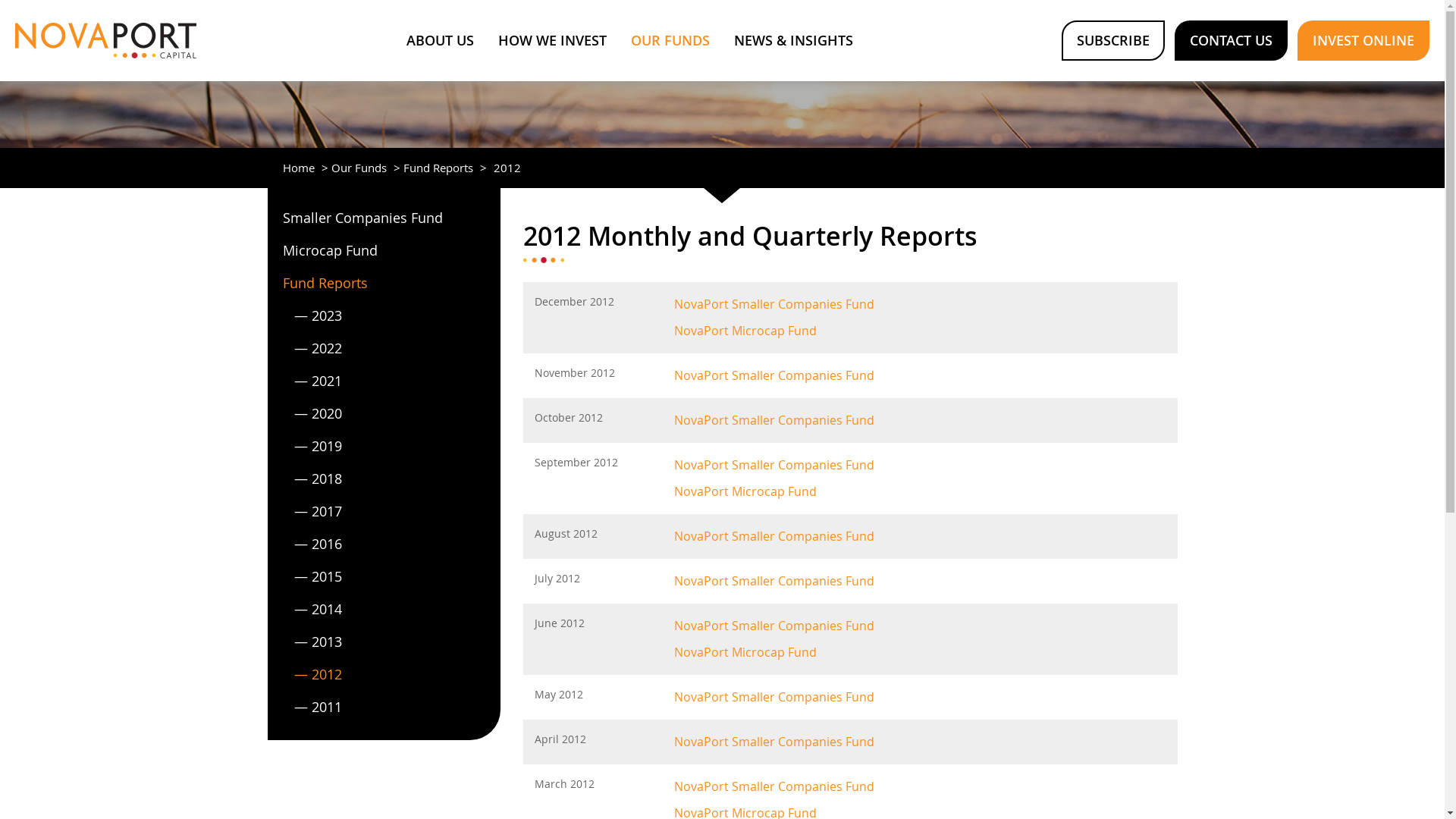  I want to click on '2018', so click(383, 472).